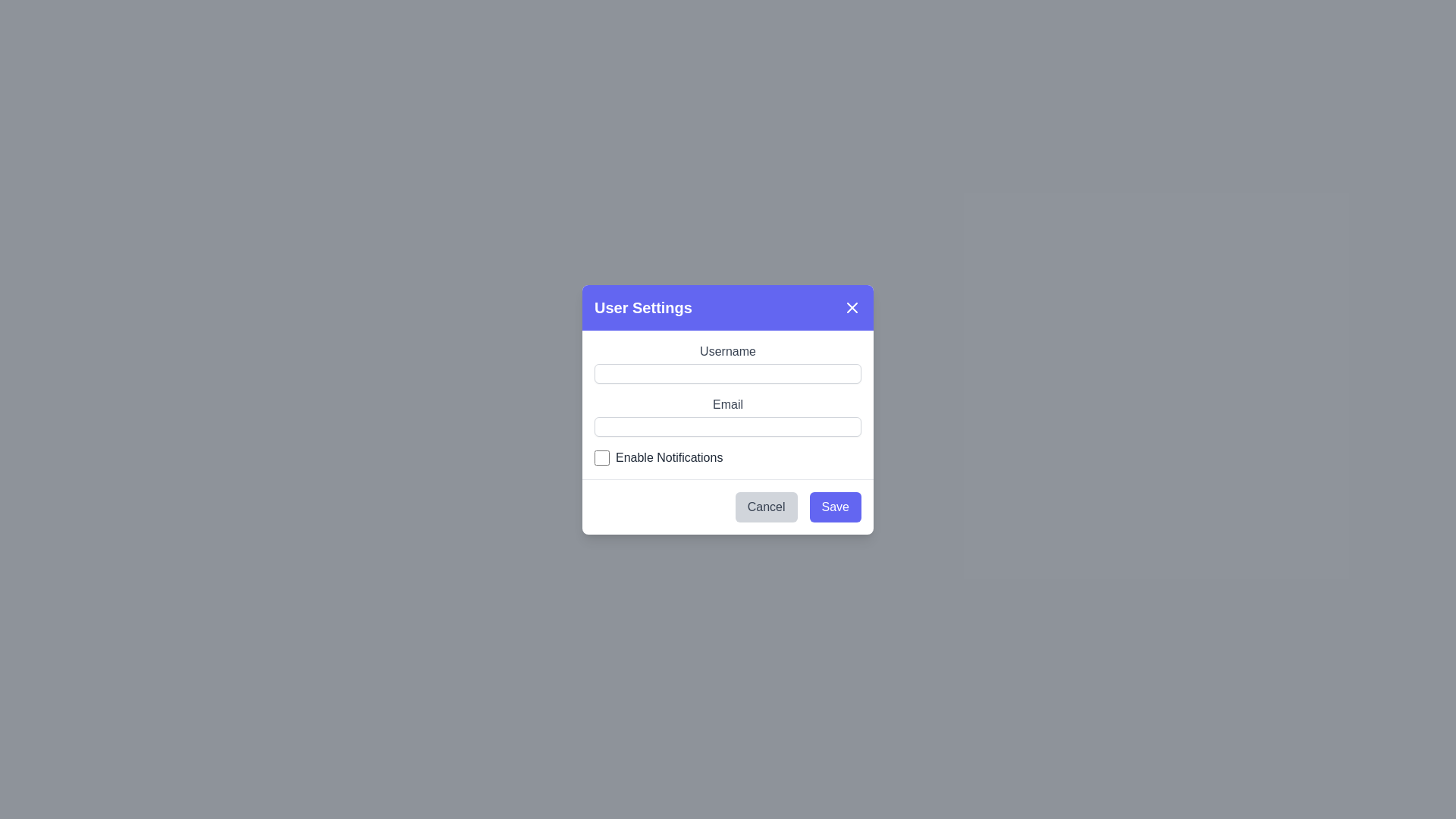 This screenshot has height=819, width=1456. Describe the element at coordinates (766, 507) in the screenshot. I see `the 'Cancel' button, which is a rectangular button with gray text on a light gray background, located in the bottom left of the modal window adjacent to the 'Save' button` at that location.